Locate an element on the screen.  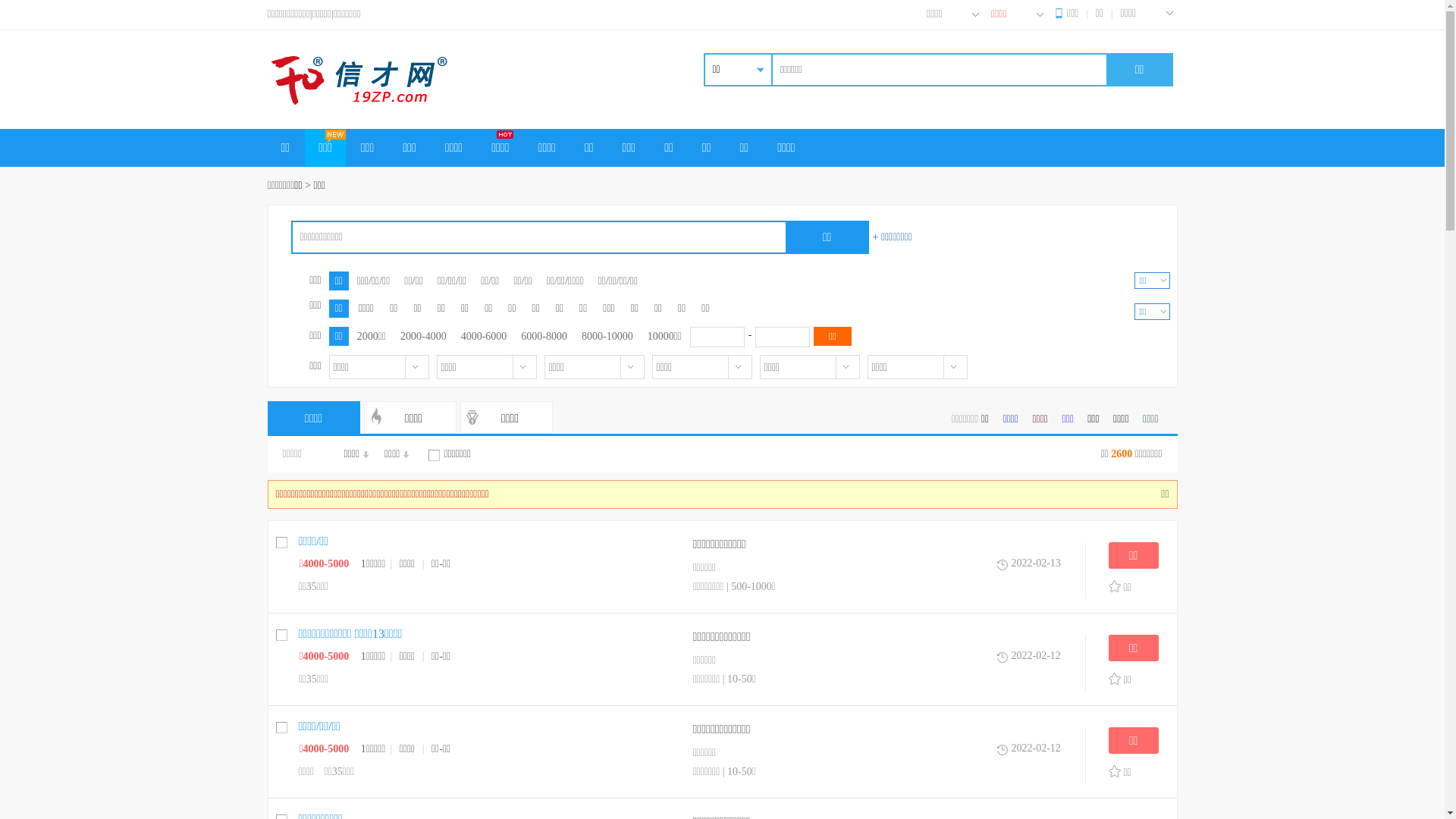
'6000-8000' is located at coordinates (544, 335).